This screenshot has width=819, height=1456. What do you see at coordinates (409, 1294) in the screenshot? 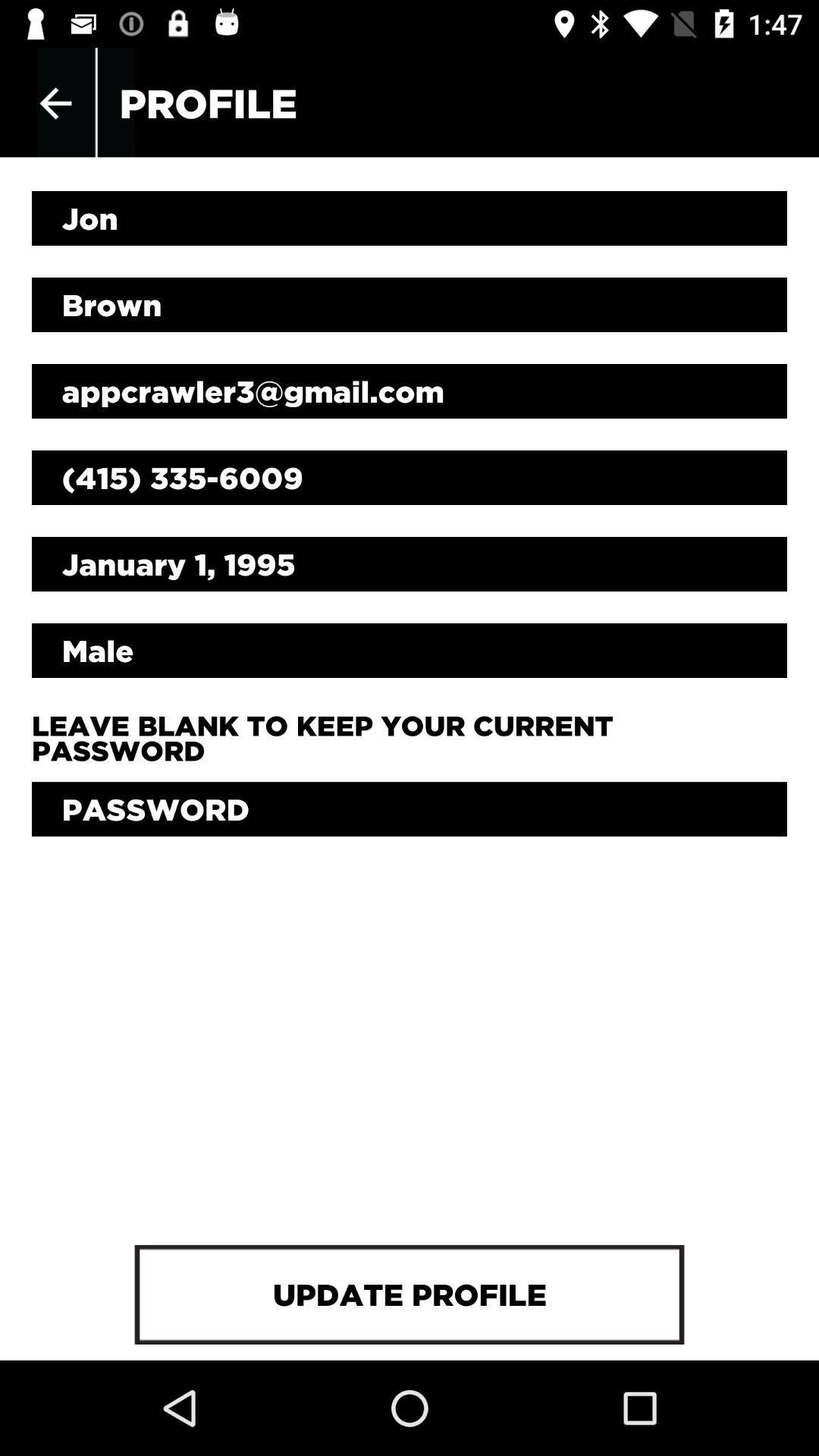
I see `update profile item` at bounding box center [409, 1294].